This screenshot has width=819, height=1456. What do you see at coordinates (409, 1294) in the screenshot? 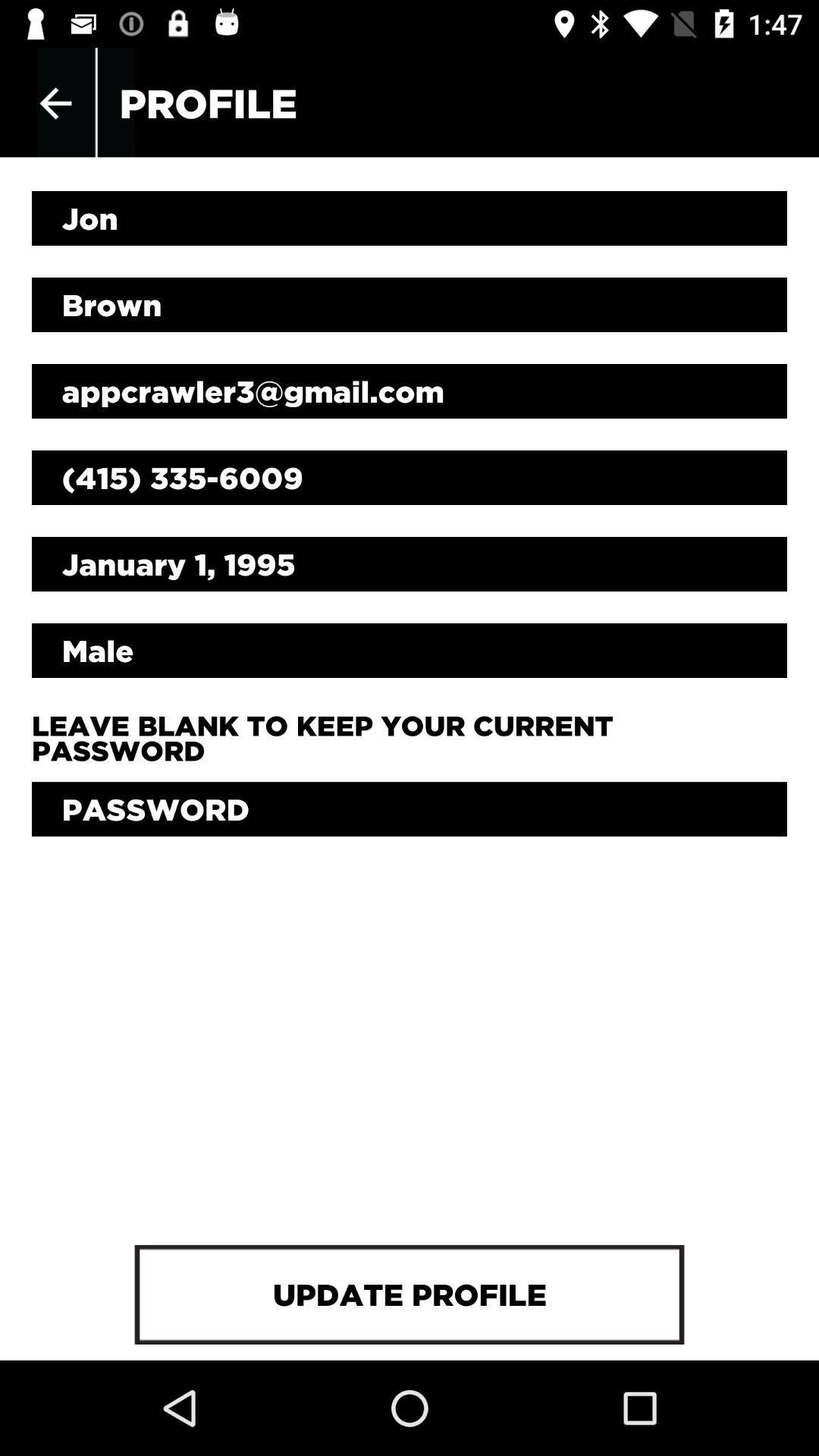
I see `update profile item` at bounding box center [409, 1294].